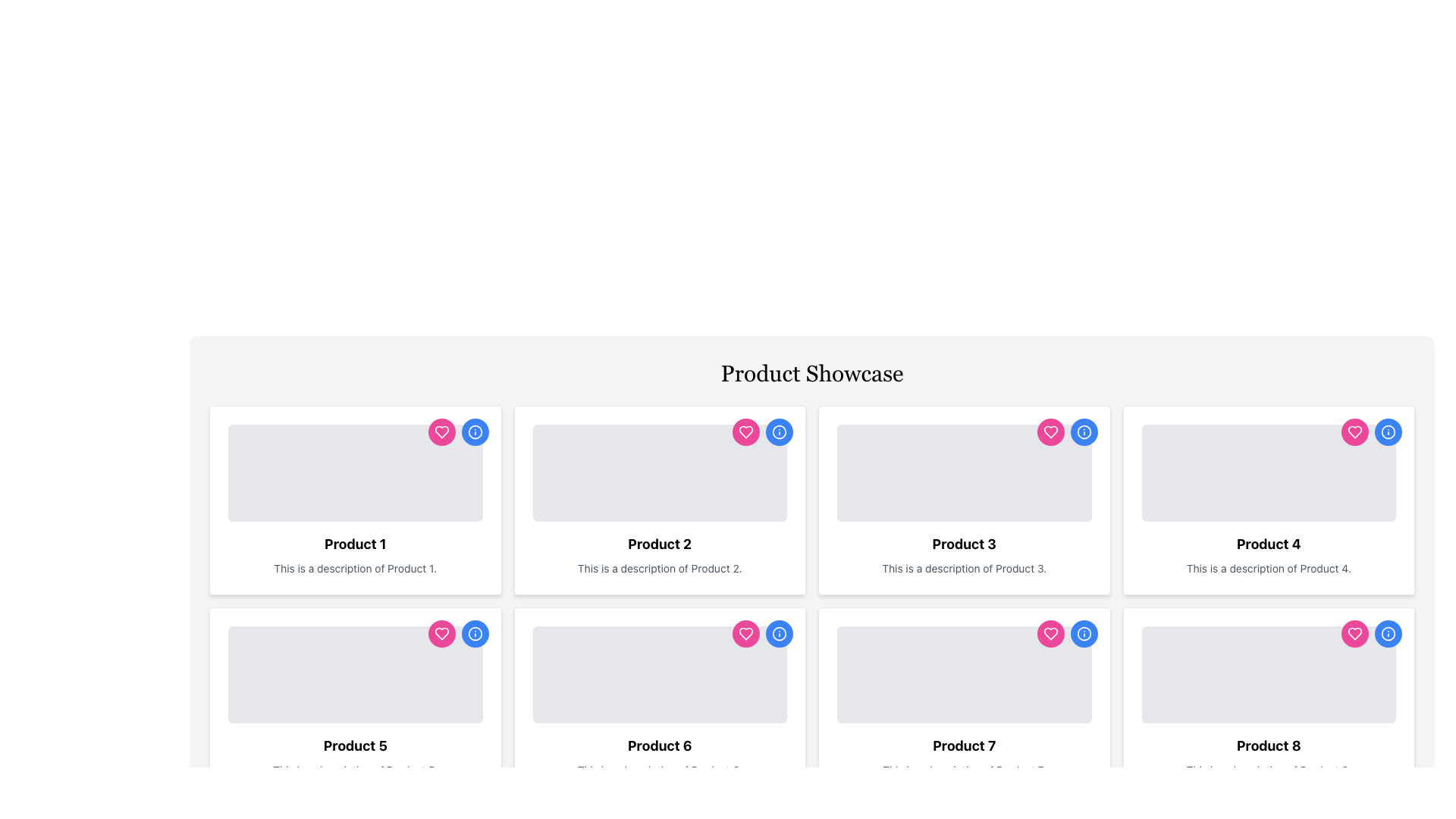 The image size is (1456, 819). What do you see at coordinates (474, 634) in the screenshot?
I see `the circular graphical element with a blue outline and white interior, located in the upper-right section of the product card for 'Product 5'` at bounding box center [474, 634].